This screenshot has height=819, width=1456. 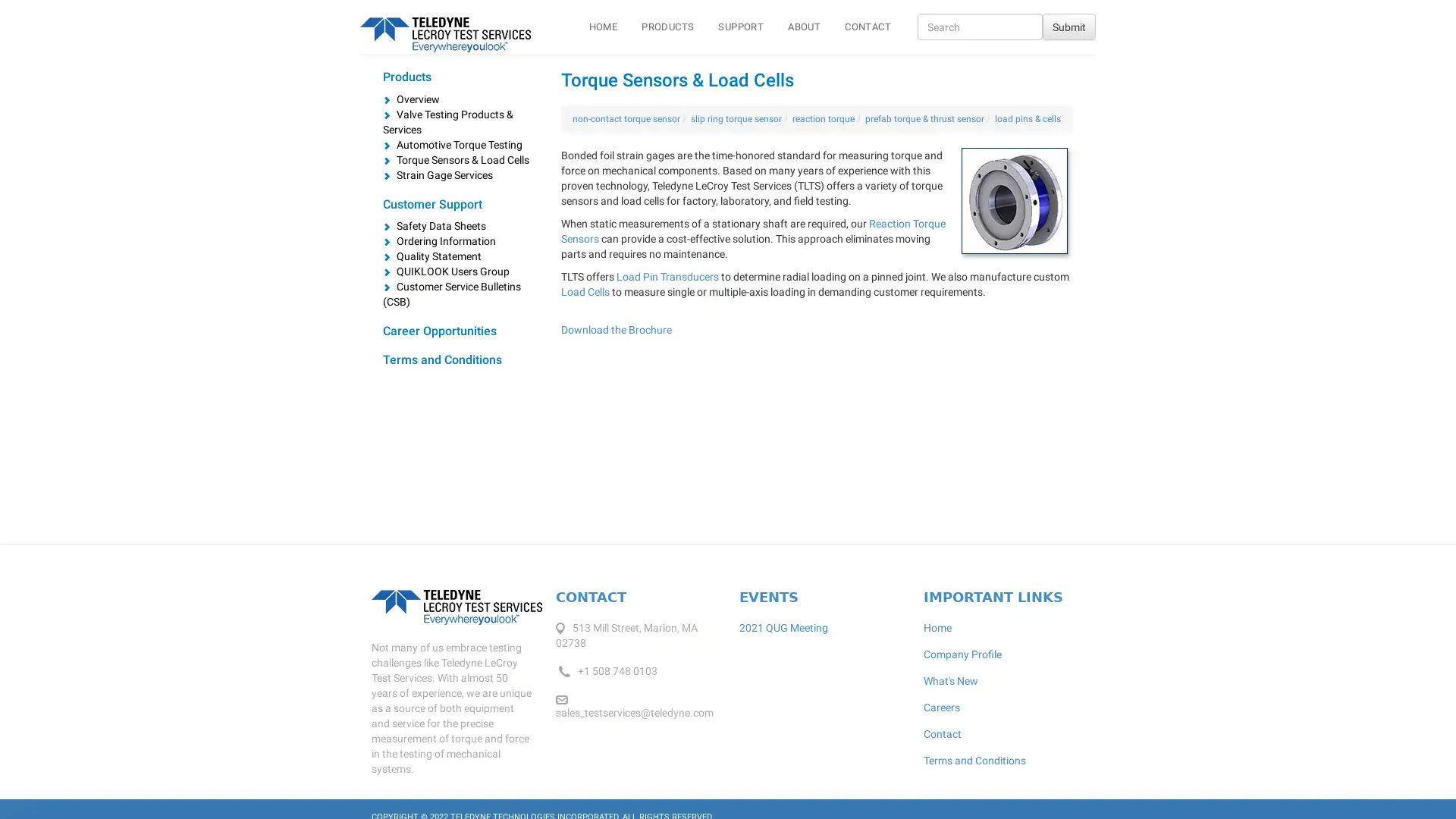 What do you see at coordinates (1068, 27) in the screenshot?
I see `Submit` at bounding box center [1068, 27].